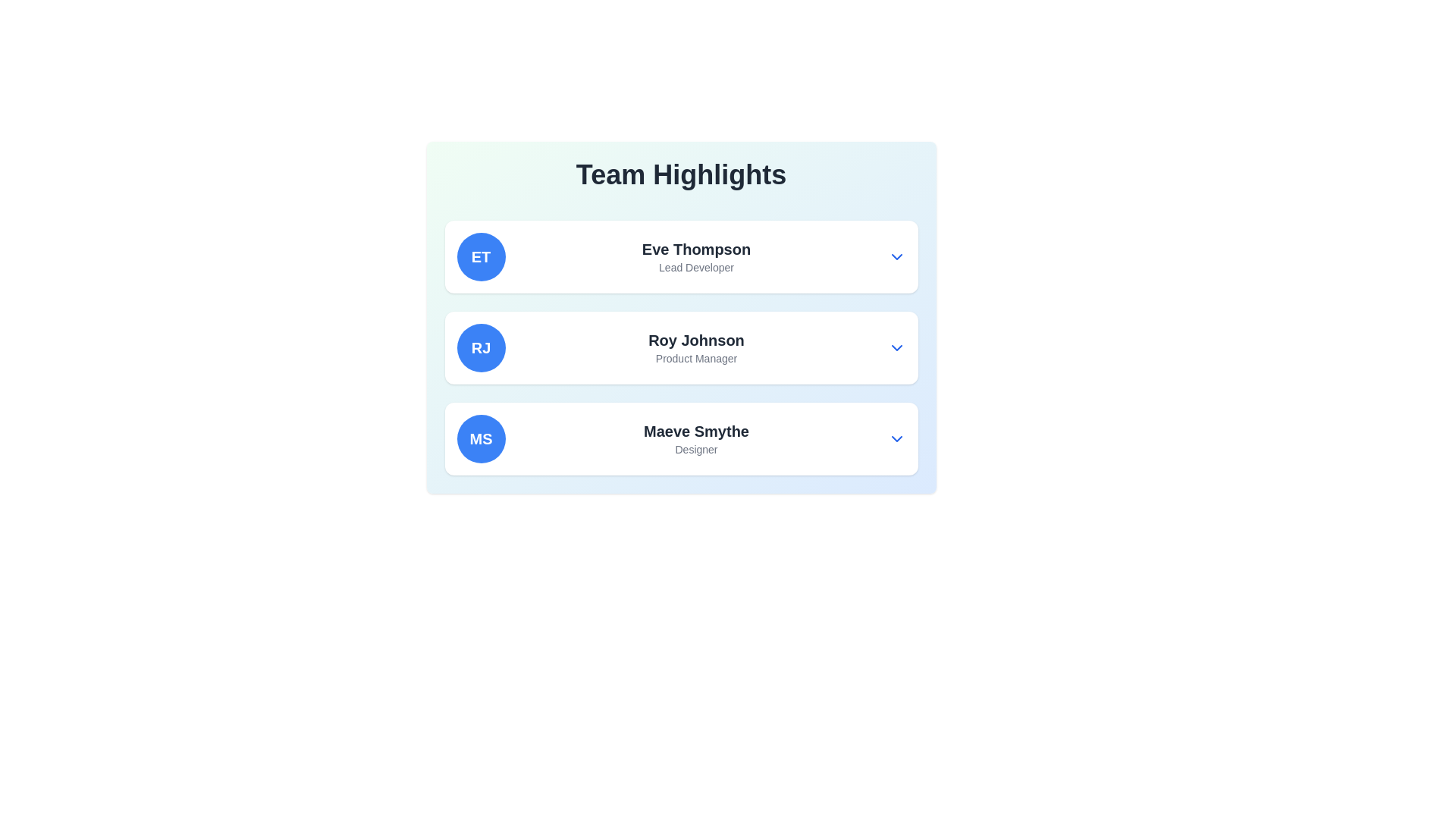 The width and height of the screenshot is (1456, 819). What do you see at coordinates (695, 267) in the screenshot?
I see `the 'Lead Developer' text label displayed in a small, gray-colored font, which is positioned below and aligned with the name 'Eve Thompson' in the first card of the 'Team Highlights' section` at bounding box center [695, 267].